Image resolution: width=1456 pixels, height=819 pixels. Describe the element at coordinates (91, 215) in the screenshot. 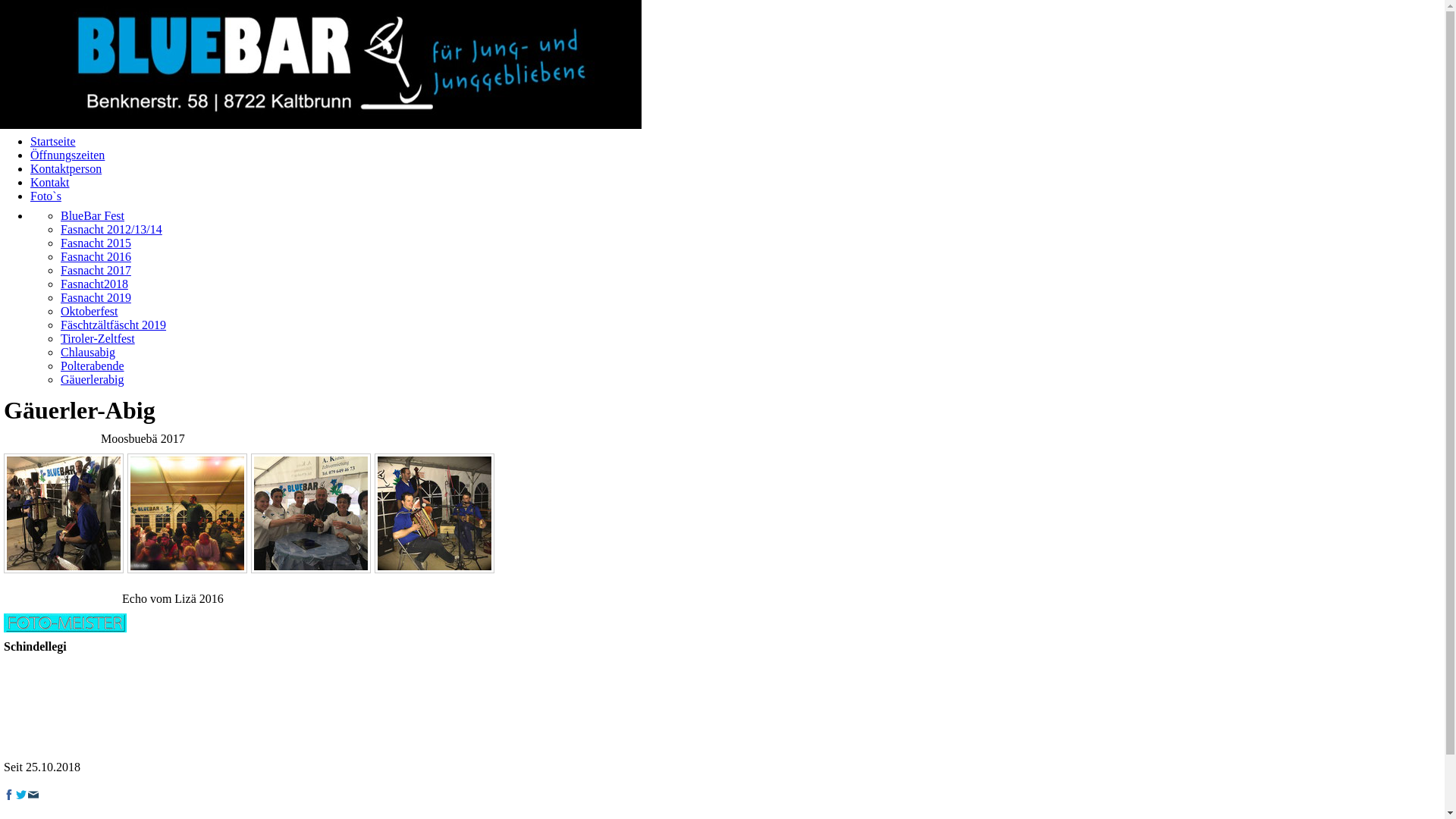

I see `'BlueBar Fest'` at that location.